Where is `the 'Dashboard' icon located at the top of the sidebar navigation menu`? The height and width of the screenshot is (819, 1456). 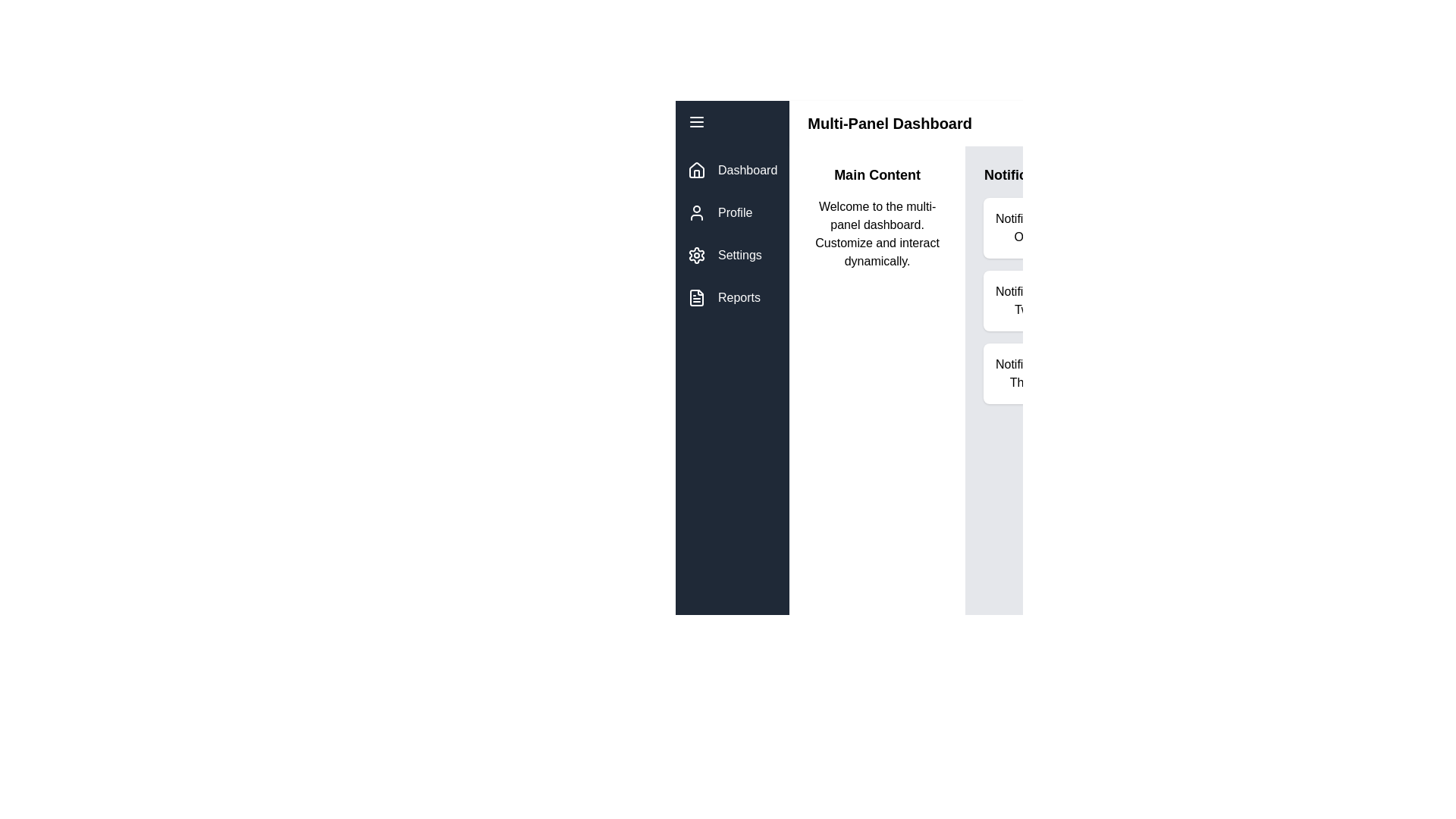
the 'Dashboard' icon located at the top of the sidebar navigation menu is located at coordinates (695, 170).